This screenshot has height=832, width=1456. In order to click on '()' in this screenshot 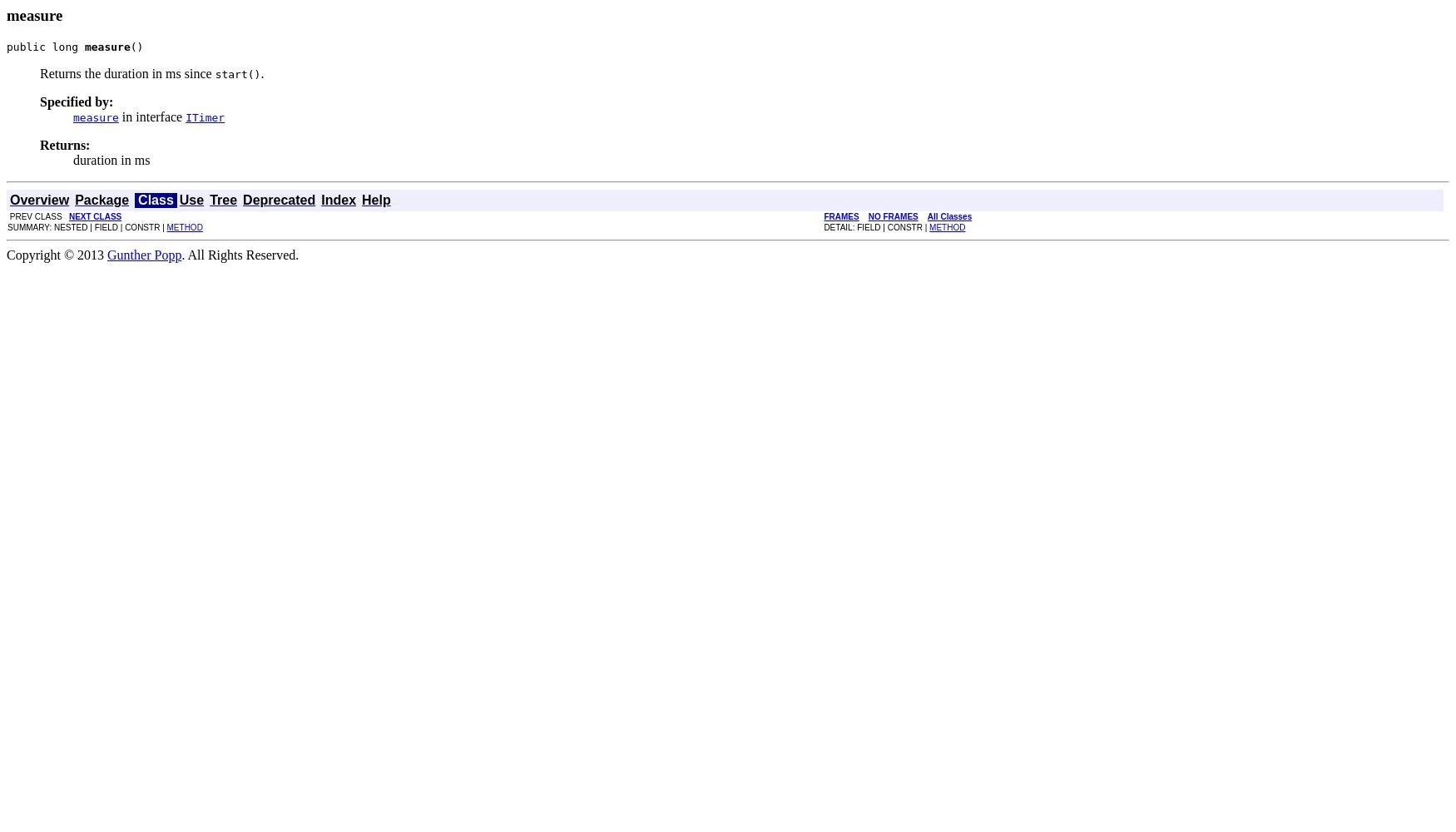, I will do `click(128, 46)`.